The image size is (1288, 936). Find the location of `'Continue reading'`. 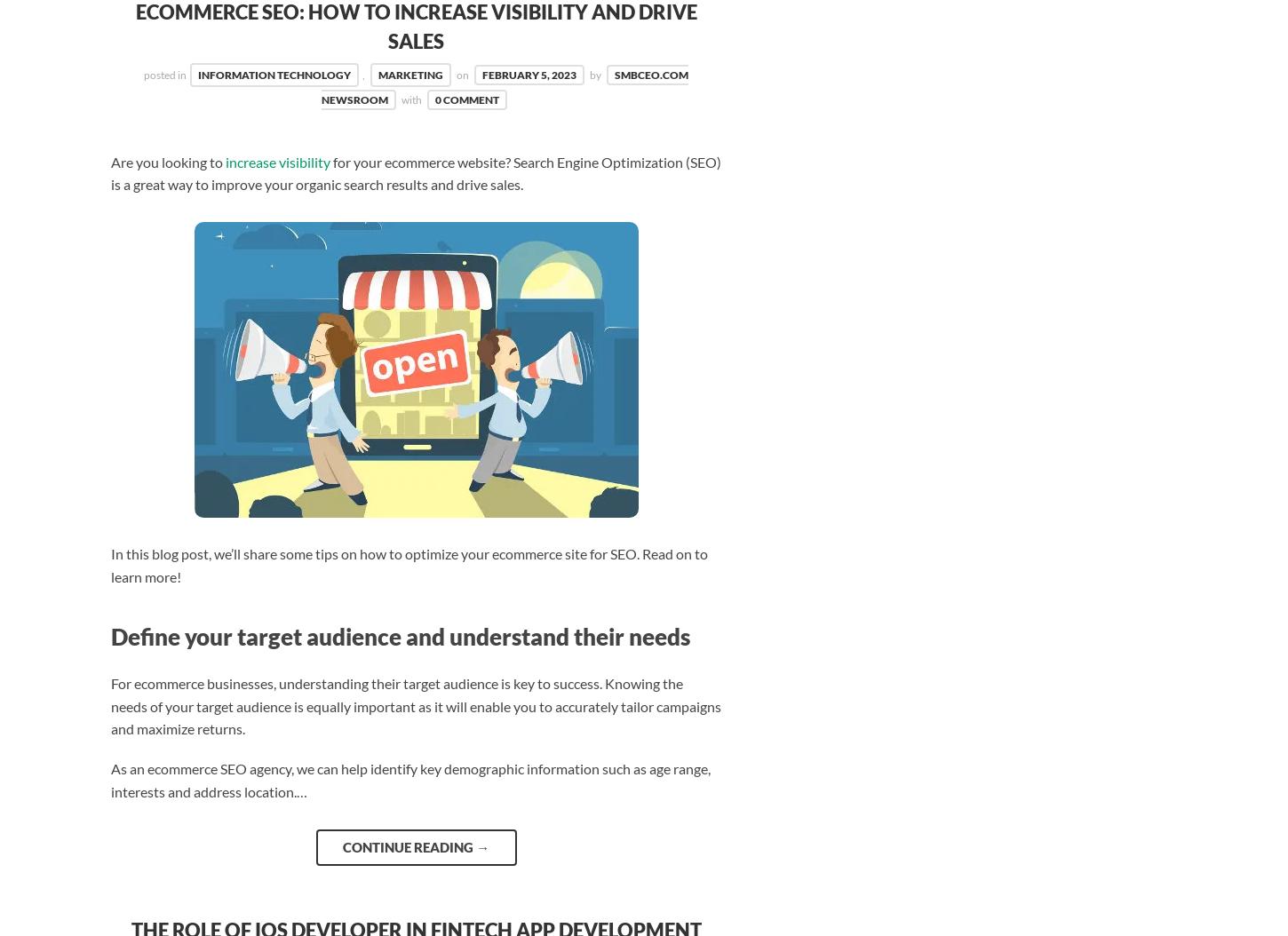

'Continue reading' is located at coordinates (341, 846).